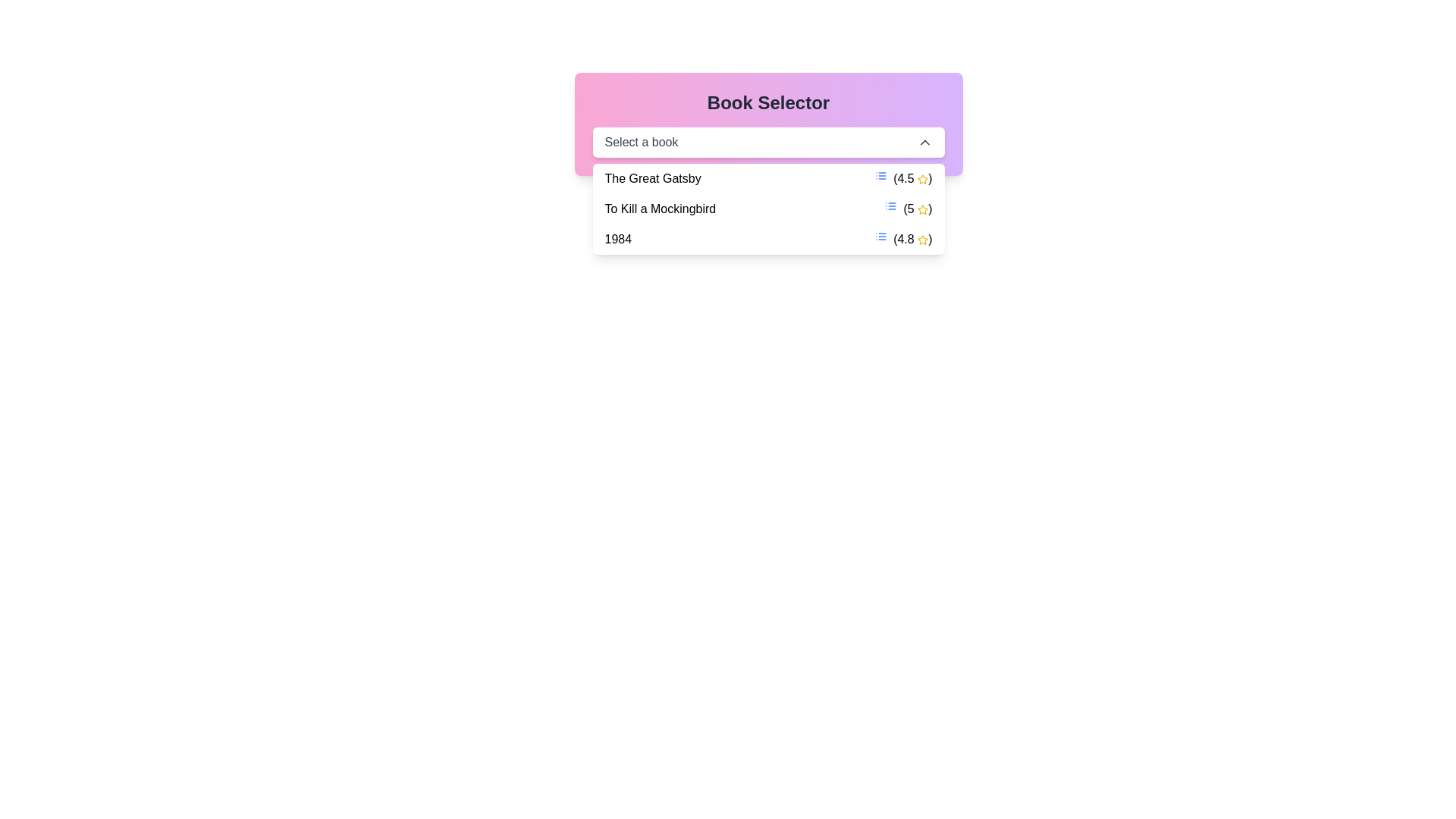  I want to click on the dropdown menu located directly below the 'Book Selector' title, so click(768, 143).